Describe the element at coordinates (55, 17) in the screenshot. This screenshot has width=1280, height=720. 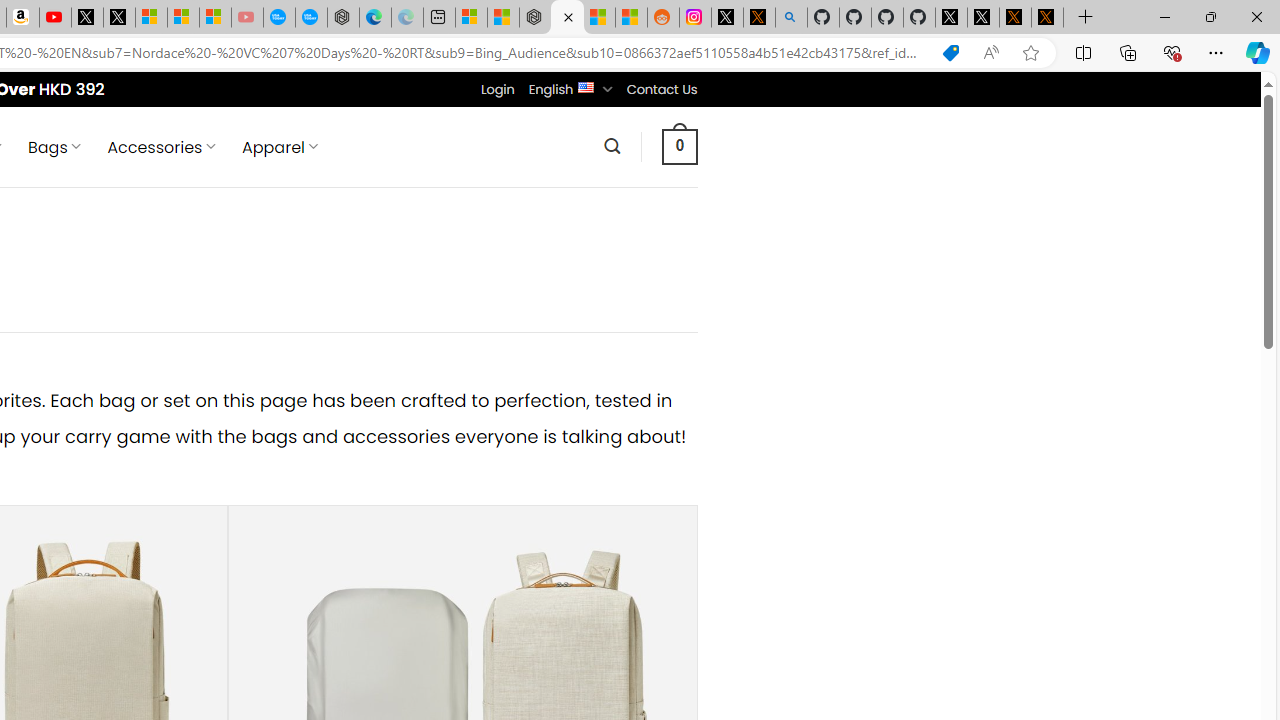
I see `'Day 1: Arriving in Yemen (surreal to be here) - YouTube'` at that location.